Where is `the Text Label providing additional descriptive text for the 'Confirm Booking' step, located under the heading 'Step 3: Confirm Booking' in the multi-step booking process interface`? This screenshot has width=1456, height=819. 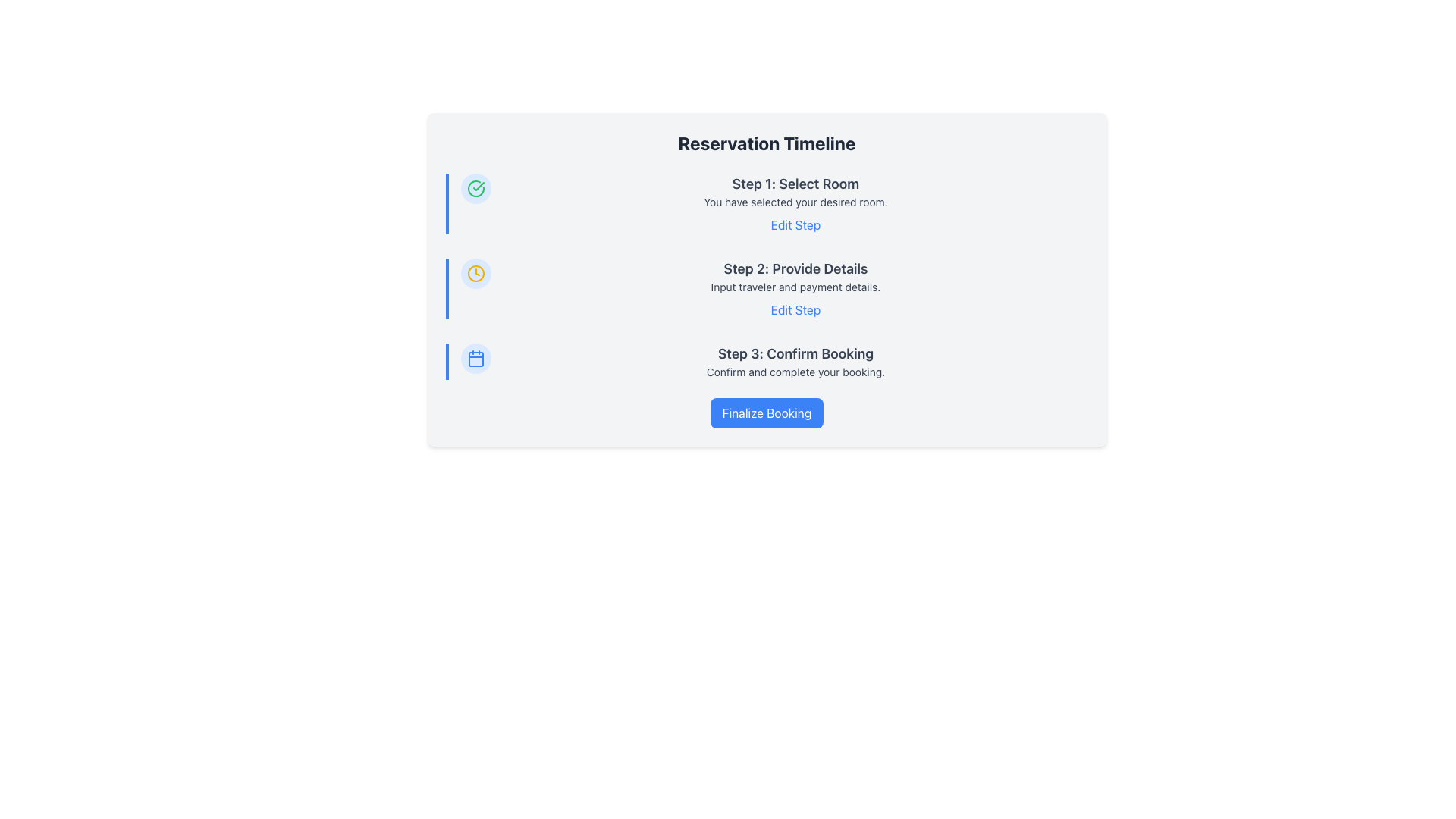 the Text Label providing additional descriptive text for the 'Confirm Booking' step, located under the heading 'Step 3: Confirm Booking' in the multi-step booking process interface is located at coordinates (795, 372).